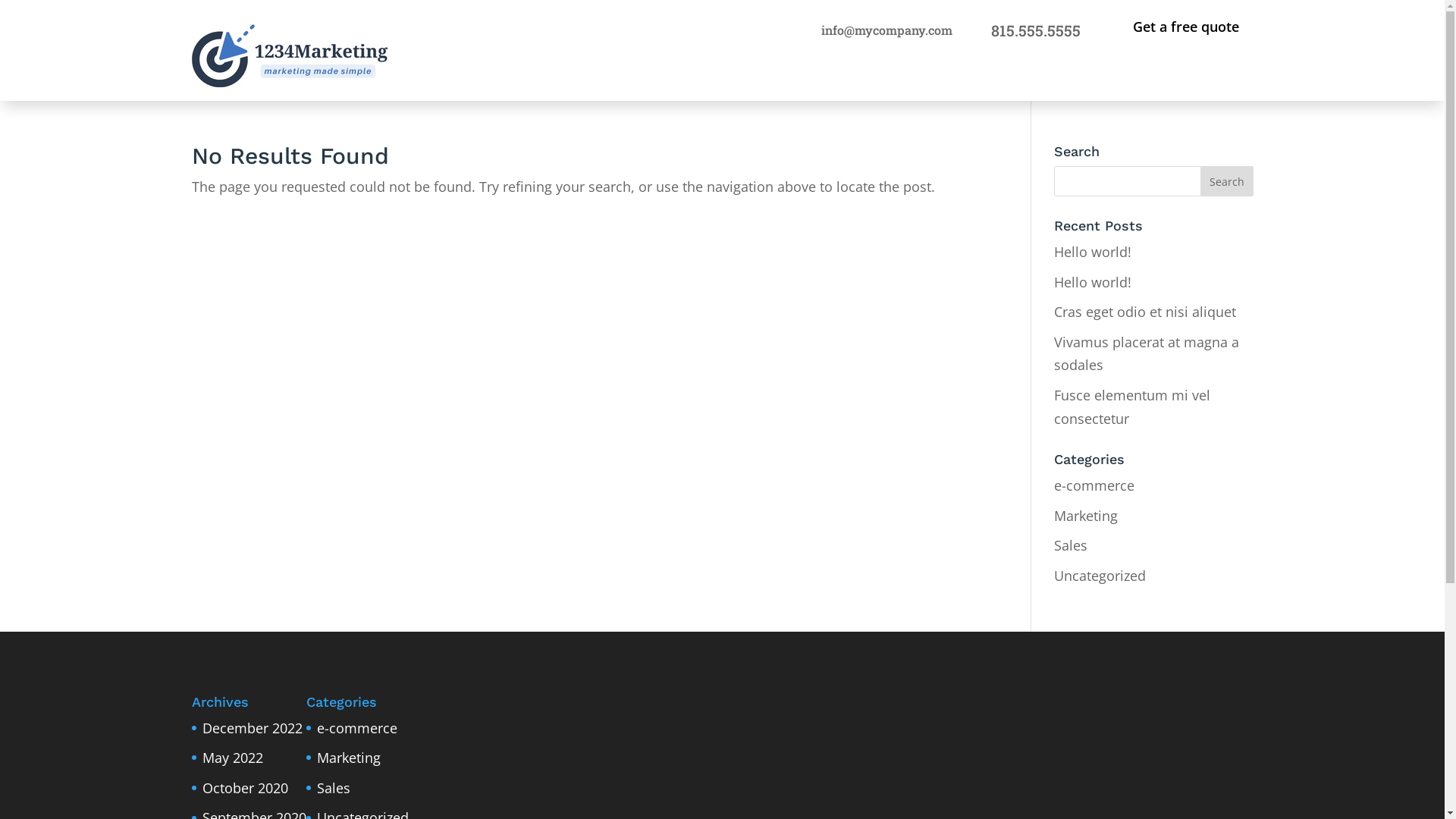  Describe the element at coordinates (1226, 180) in the screenshot. I see `'Search'` at that location.